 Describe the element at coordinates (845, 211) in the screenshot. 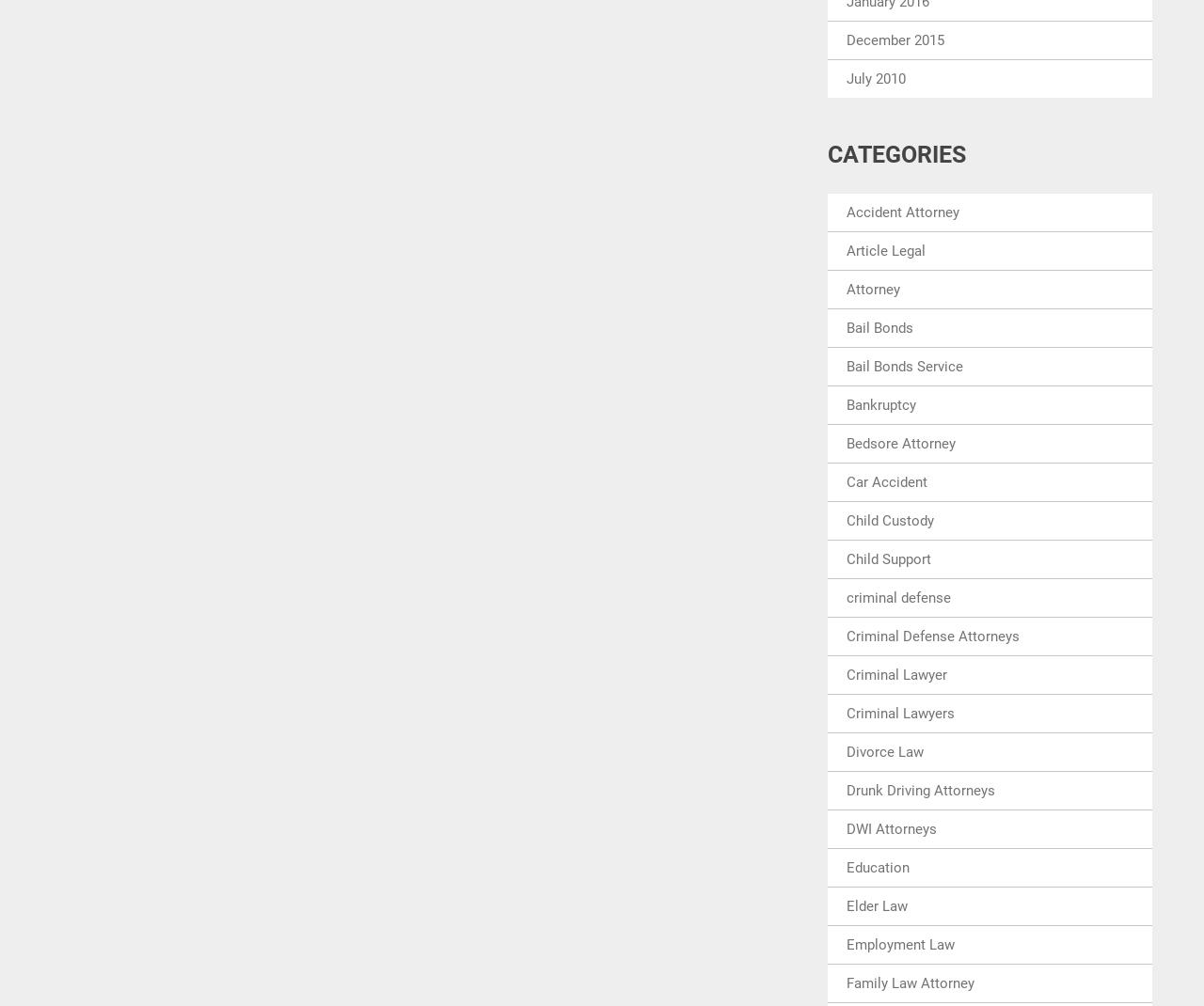

I see `'Accident Attorney'` at that location.